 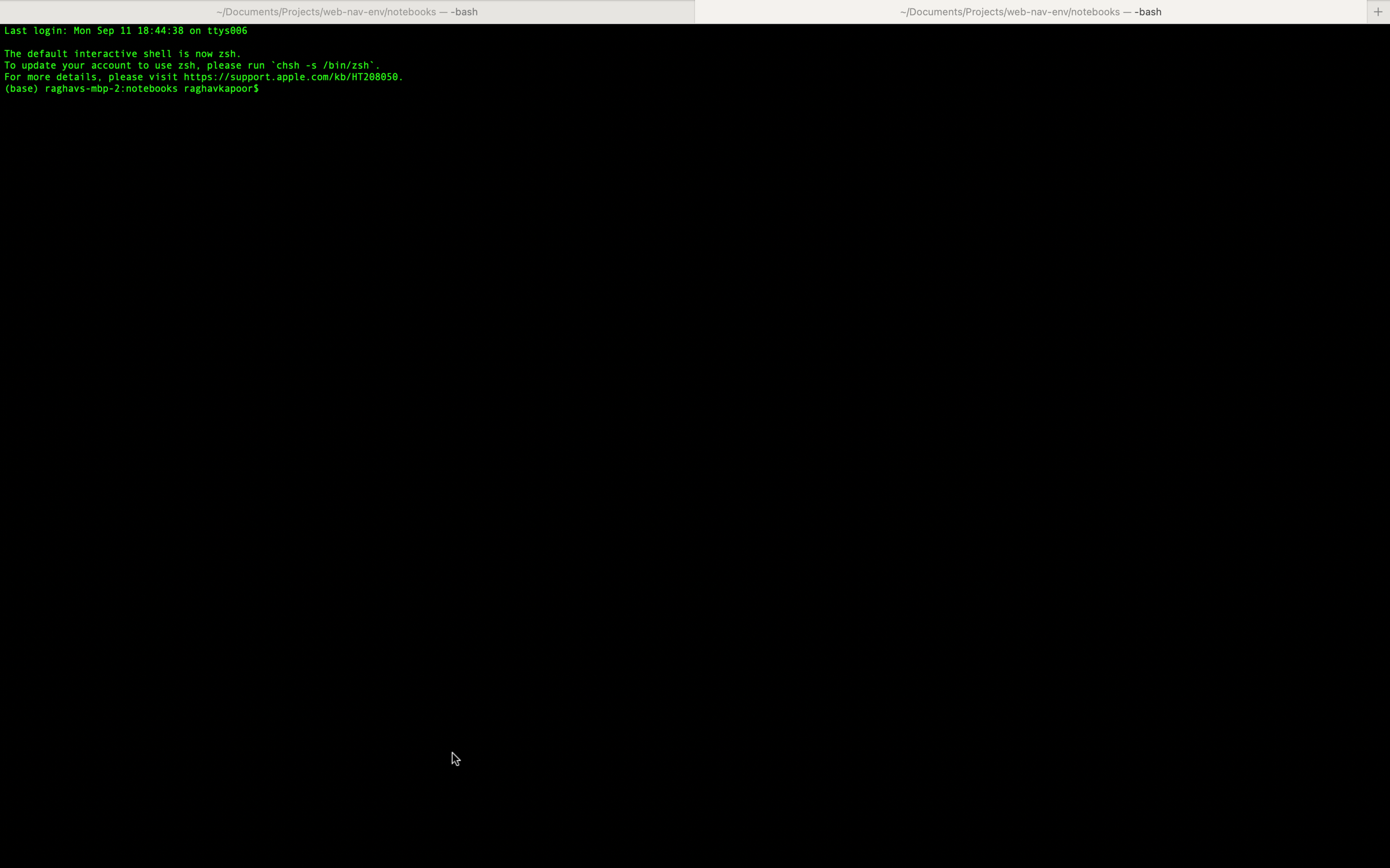 I want to click on show inspector using right click, so click(x=697, y=482).